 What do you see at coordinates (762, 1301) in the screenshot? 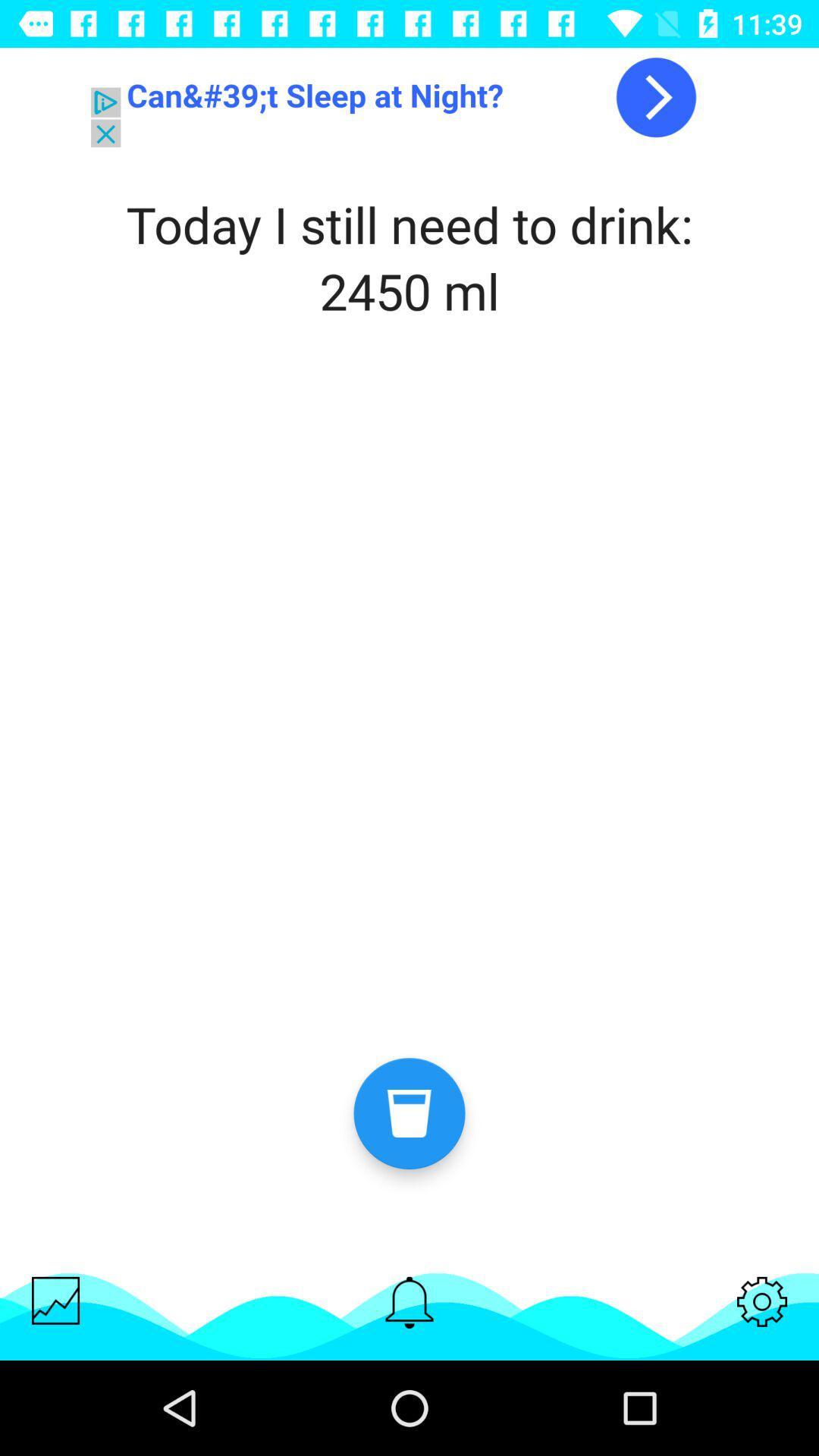
I see `setting app` at bounding box center [762, 1301].